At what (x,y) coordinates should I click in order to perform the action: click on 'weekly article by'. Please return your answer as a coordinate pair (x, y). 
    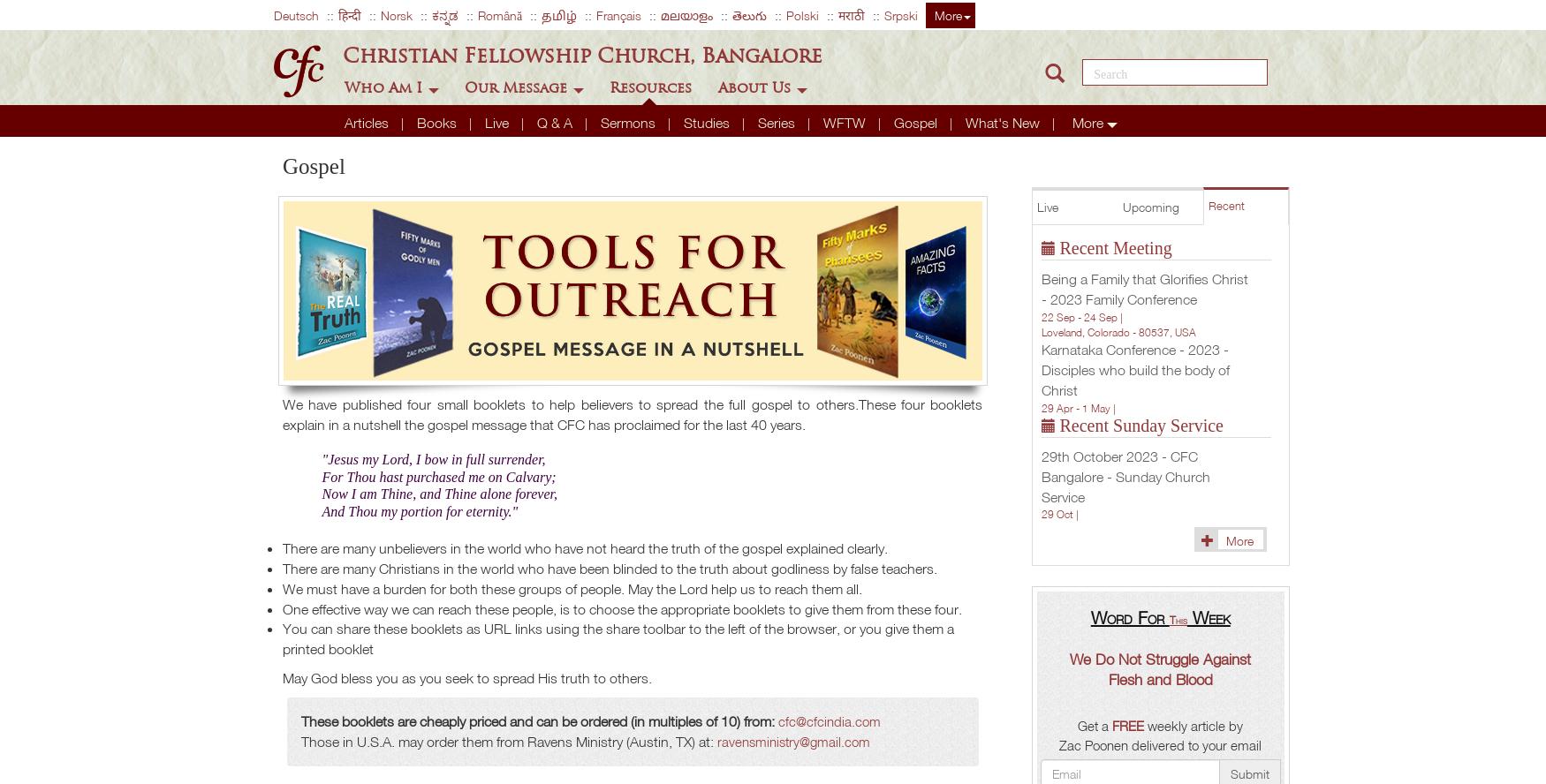
    Looking at the image, I should click on (1194, 726).